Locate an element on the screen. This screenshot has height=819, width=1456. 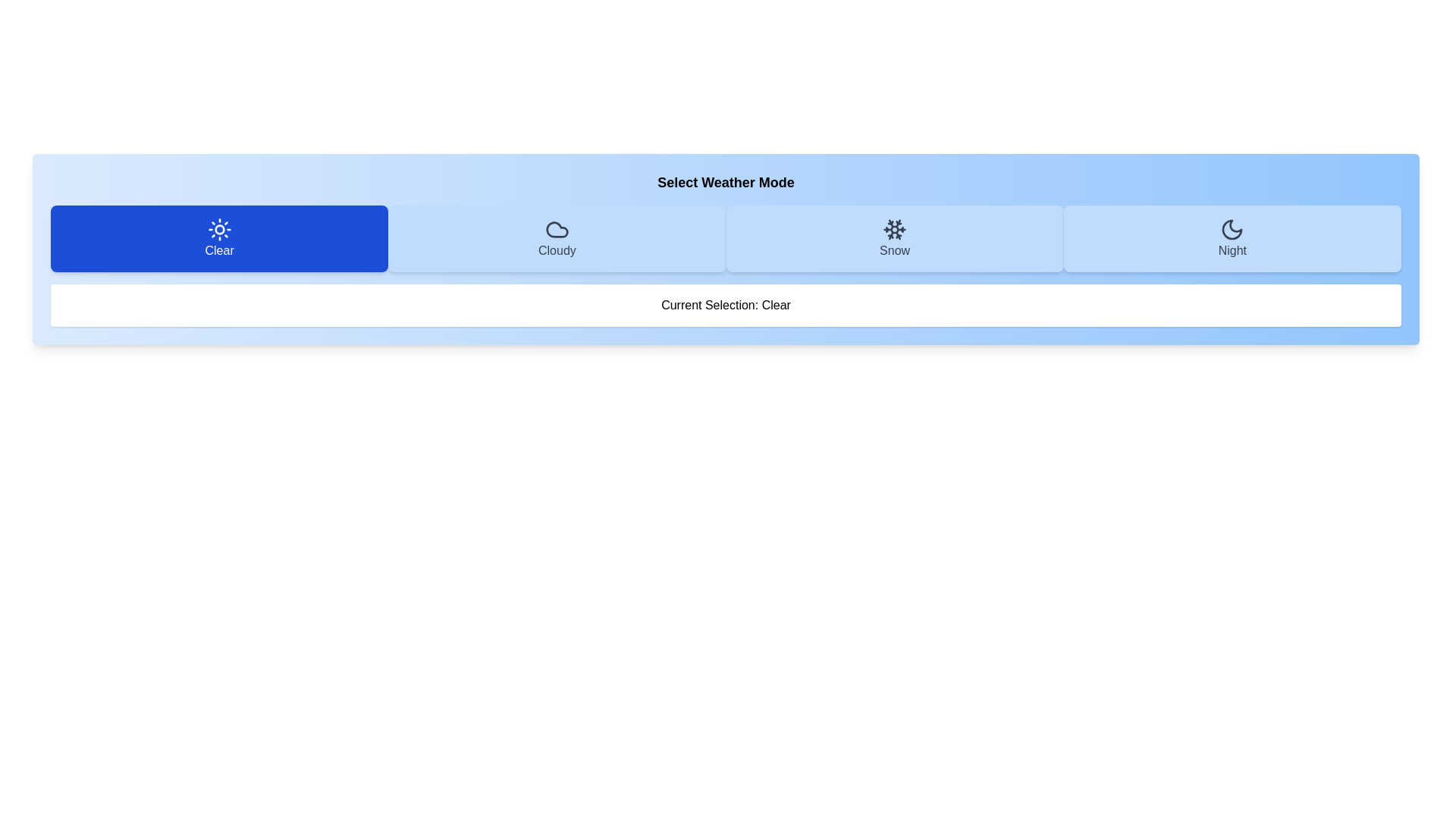
the button corresponding to the weather mode Snow is located at coordinates (895, 239).